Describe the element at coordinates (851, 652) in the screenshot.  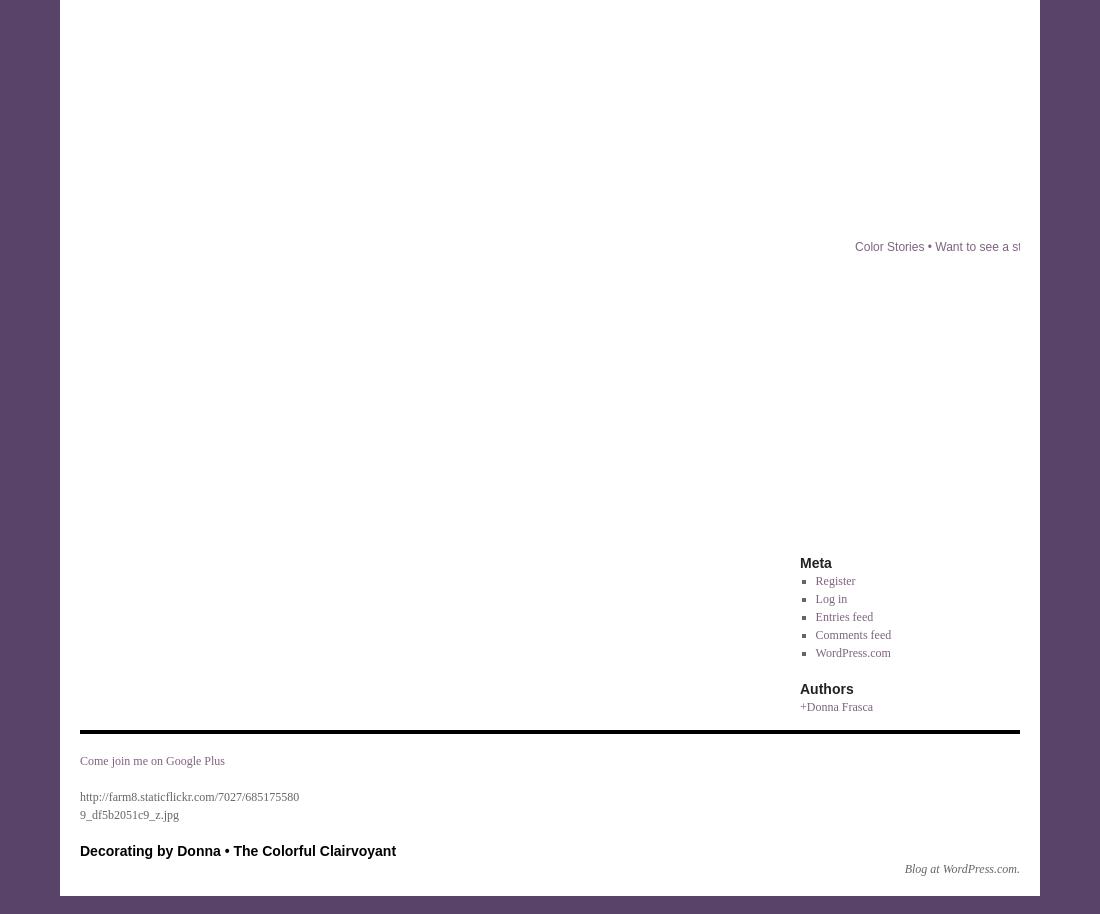
I see `'WordPress.com'` at that location.